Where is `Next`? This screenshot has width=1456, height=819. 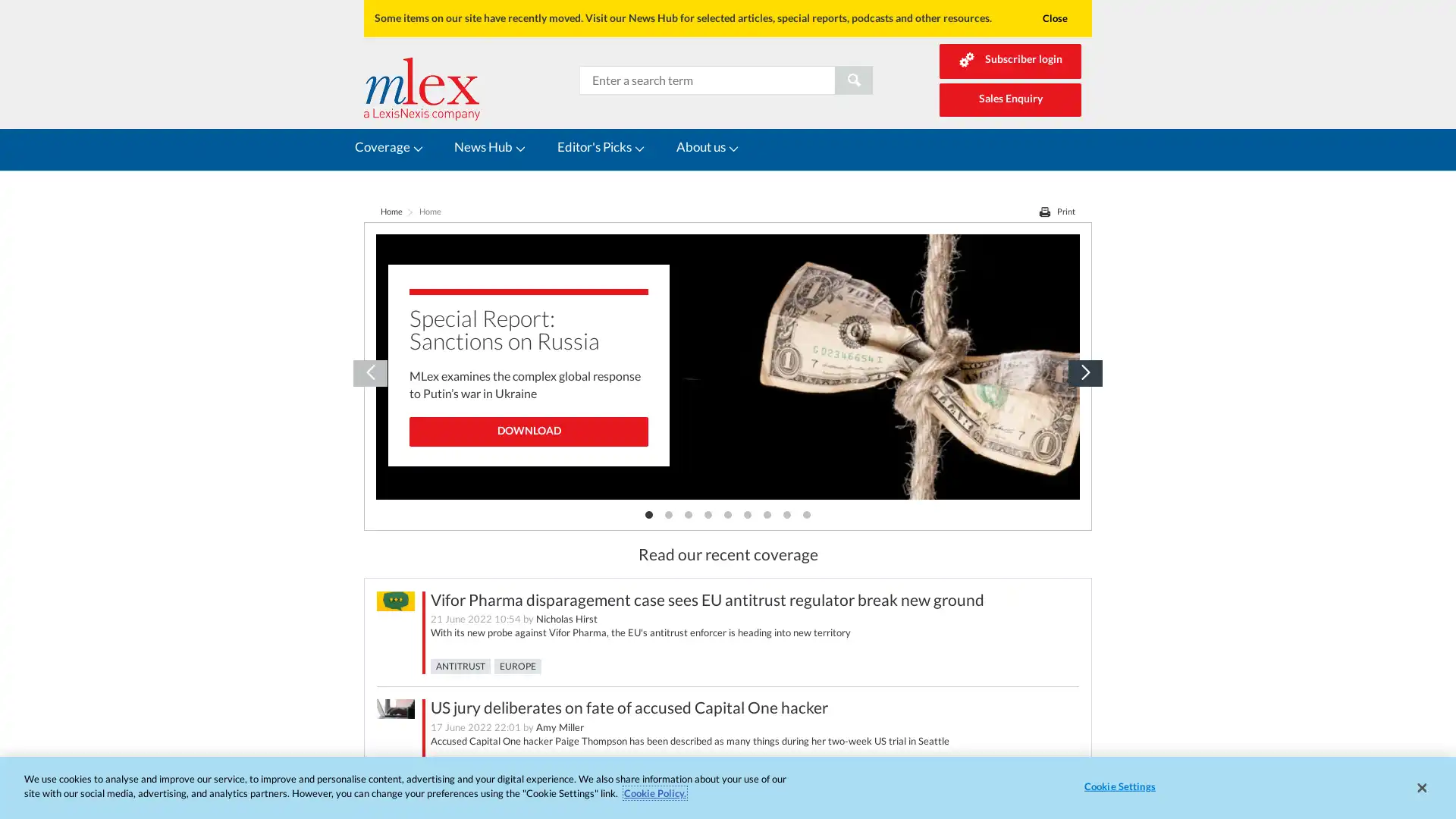
Next is located at coordinates (1084, 350).